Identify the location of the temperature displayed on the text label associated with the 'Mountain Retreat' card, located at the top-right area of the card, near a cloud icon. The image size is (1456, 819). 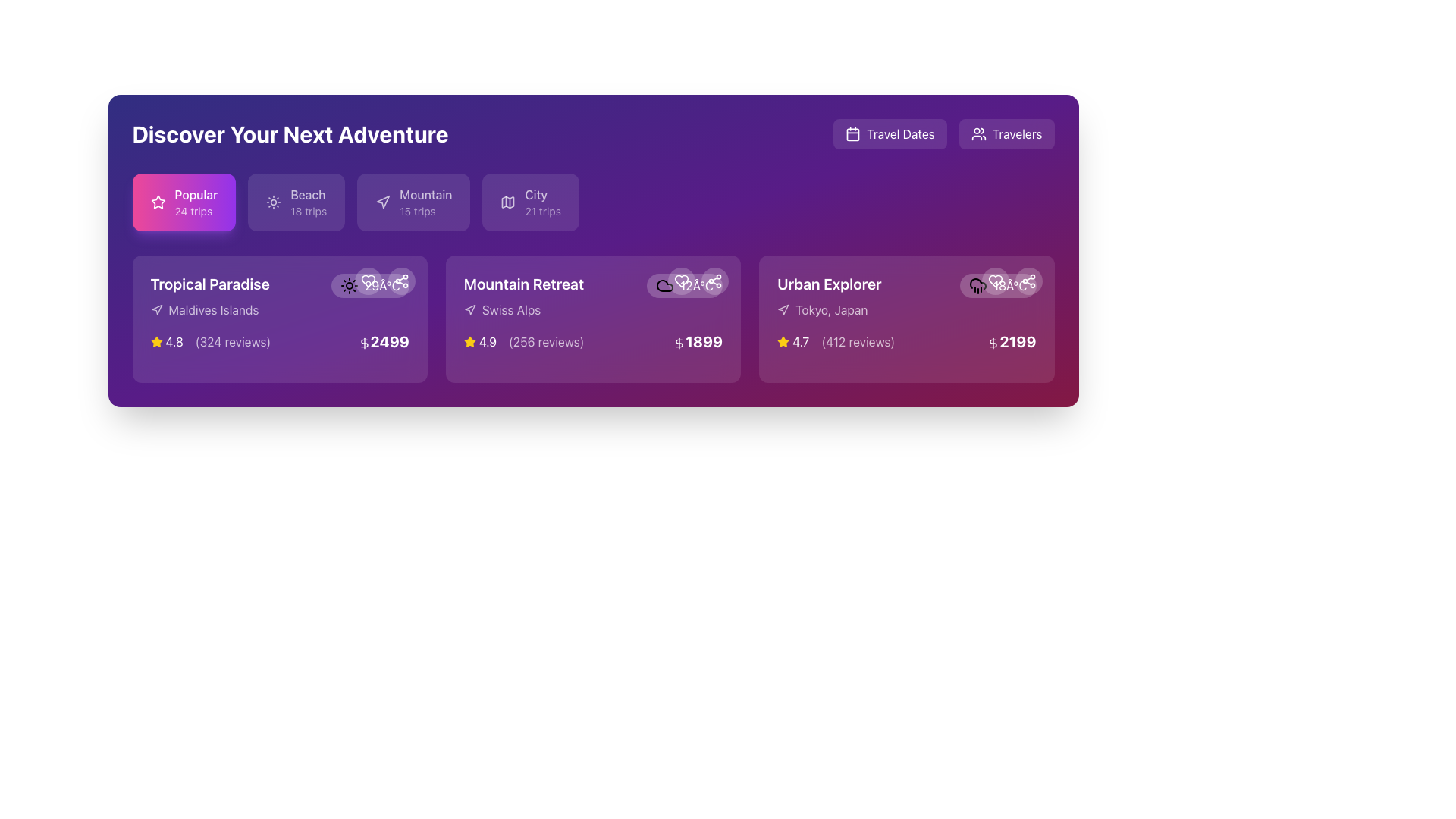
(696, 286).